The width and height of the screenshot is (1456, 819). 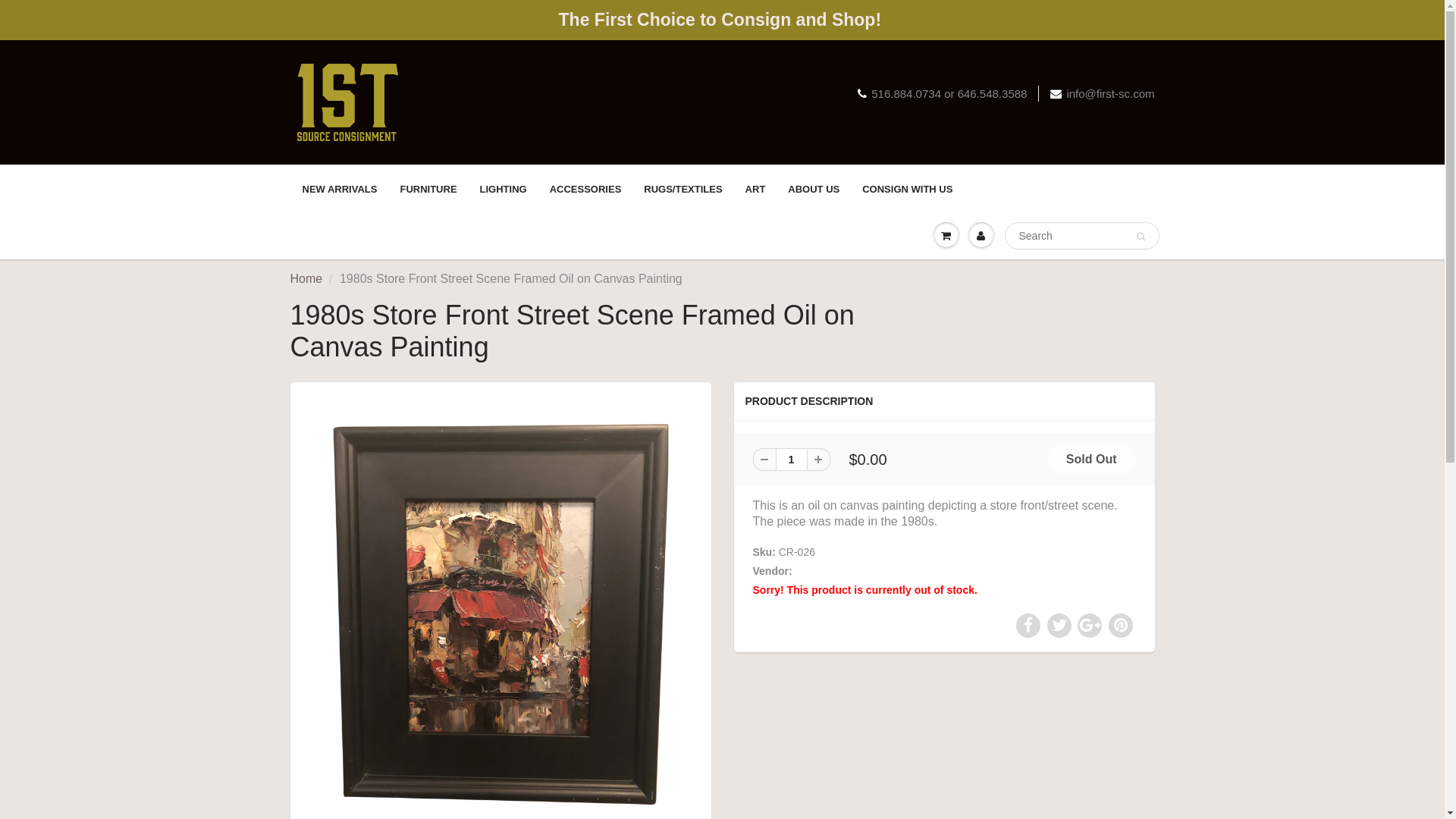 What do you see at coordinates (388, 189) in the screenshot?
I see `'FURNITURE'` at bounding box center [388, 189].